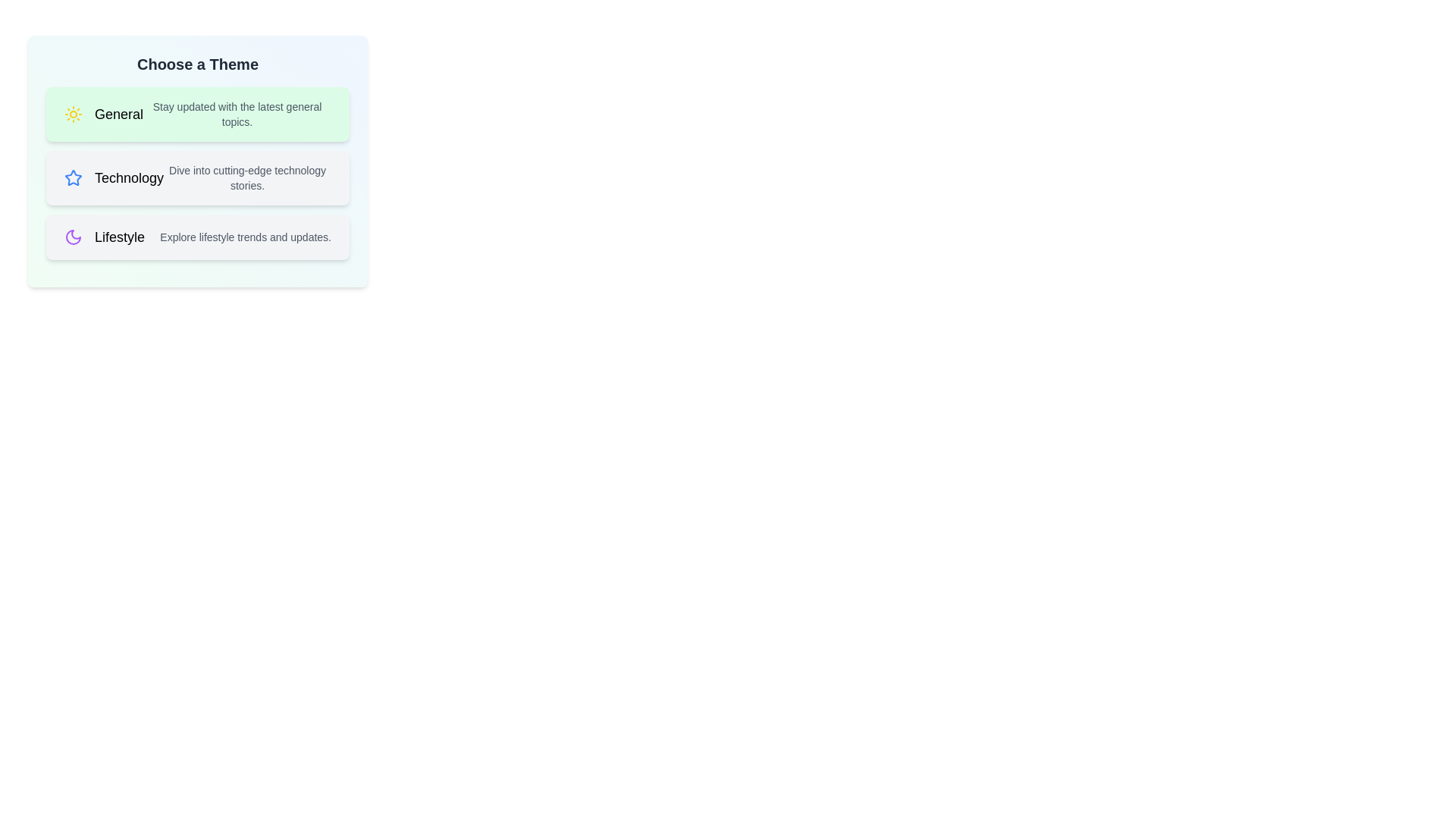  What do you see at coordinates (196, 177) in the screenshot?
I see `the theme Technology from the list` at bounding box center [196, 177].